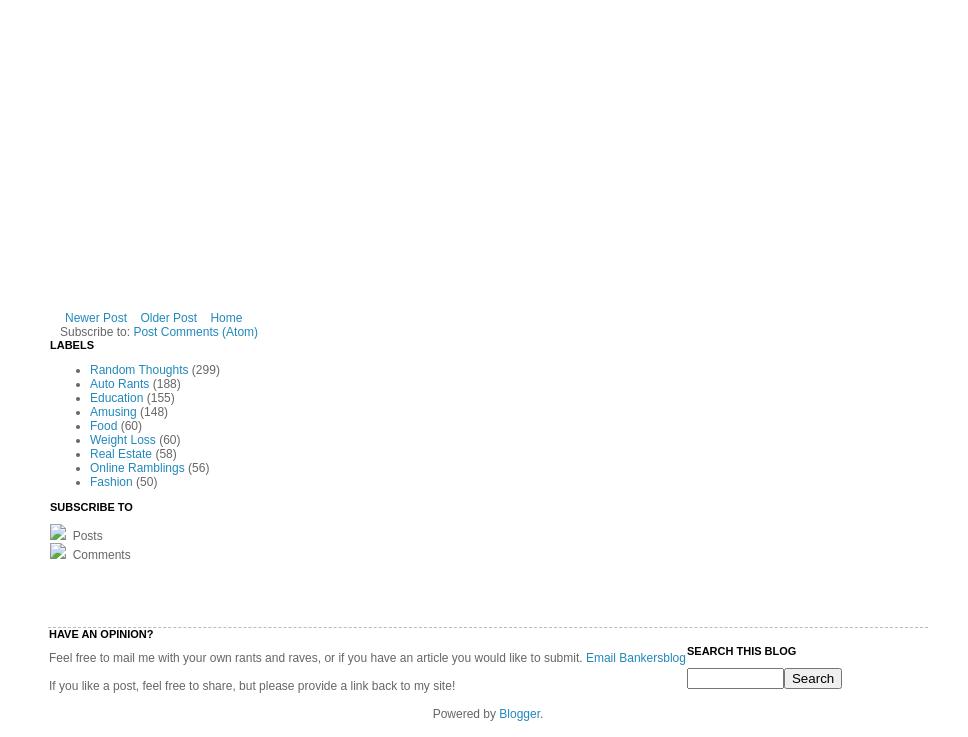 This screenshot has height=737, width=968. Describe the element at coordinates (540, 712) in the screenshot. I see `'.'` at that location.